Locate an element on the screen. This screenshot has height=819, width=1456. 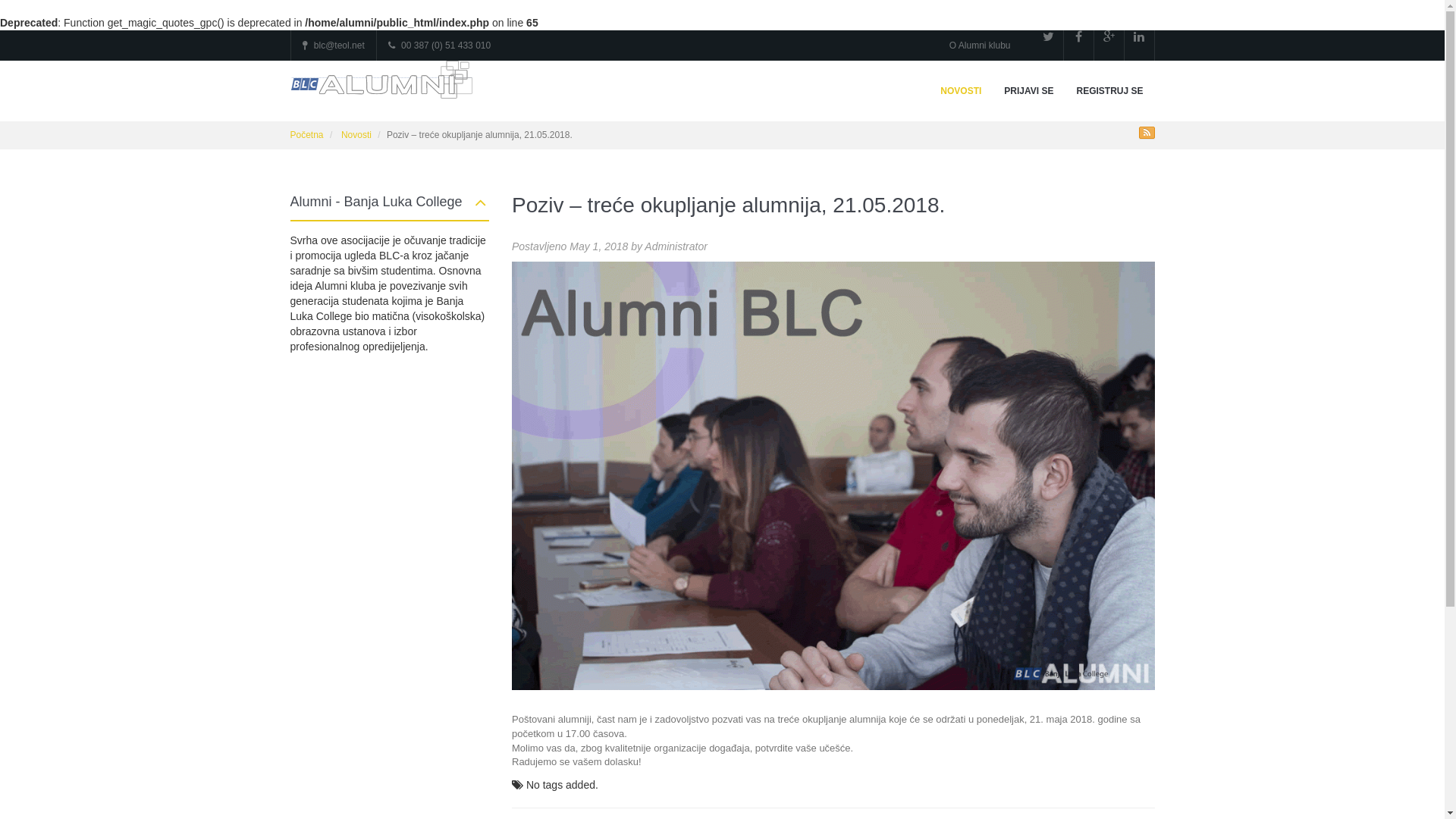
'REGISTRUJ SE' is located at coordinates (1109, 90).